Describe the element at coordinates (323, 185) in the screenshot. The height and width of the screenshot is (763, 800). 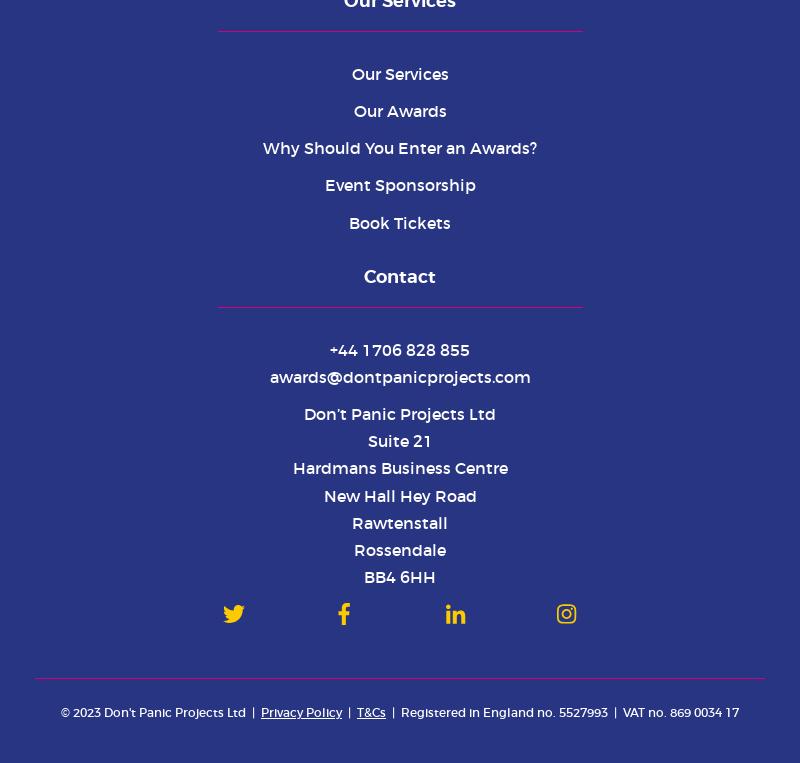
I see `'Event Sponsorship'` at that location.